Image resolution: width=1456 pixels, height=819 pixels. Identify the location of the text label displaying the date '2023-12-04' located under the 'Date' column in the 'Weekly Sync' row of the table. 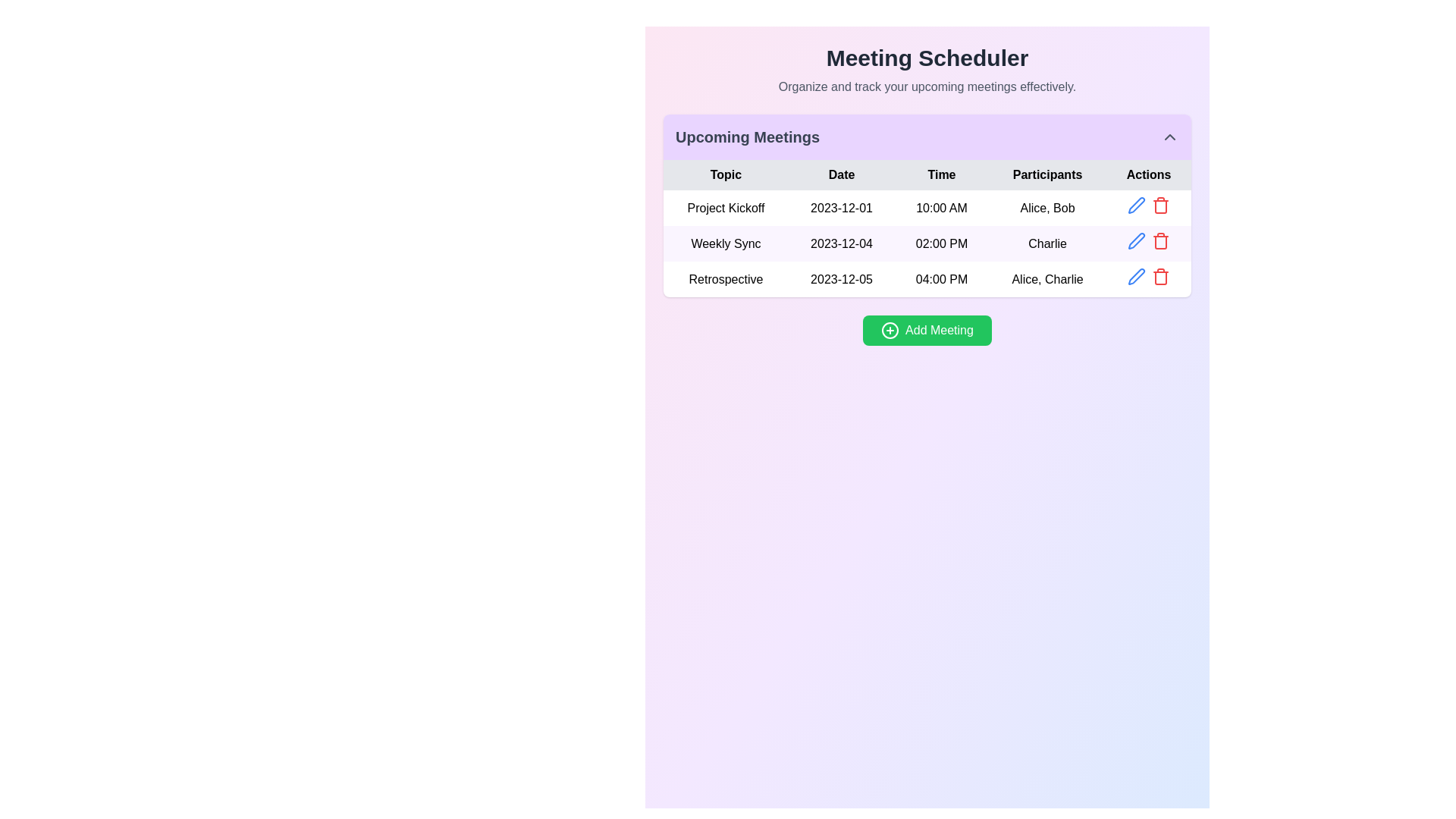
(840, 243).